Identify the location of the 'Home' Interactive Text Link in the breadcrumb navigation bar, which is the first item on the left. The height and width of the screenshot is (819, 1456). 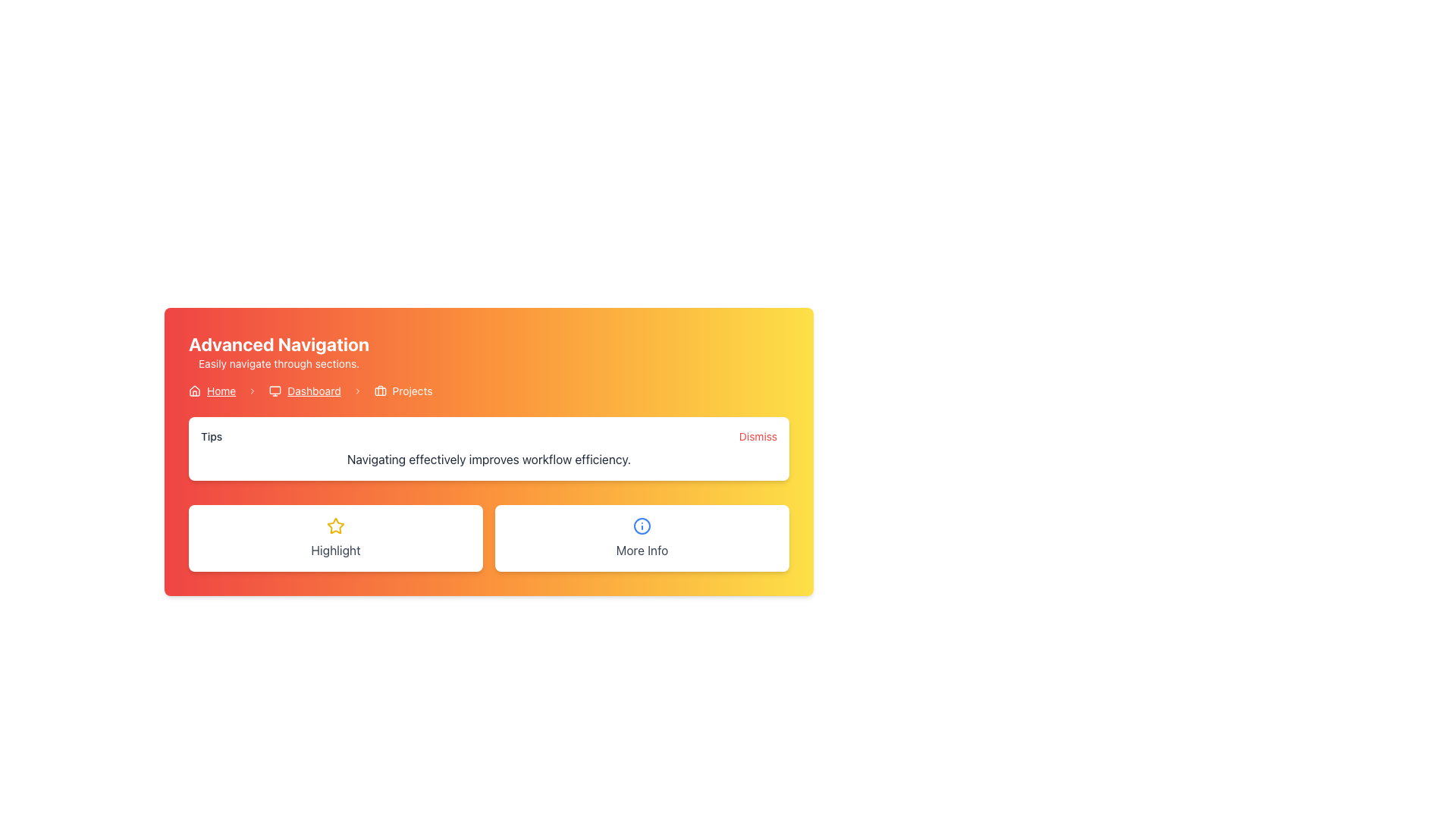
(212, 391).